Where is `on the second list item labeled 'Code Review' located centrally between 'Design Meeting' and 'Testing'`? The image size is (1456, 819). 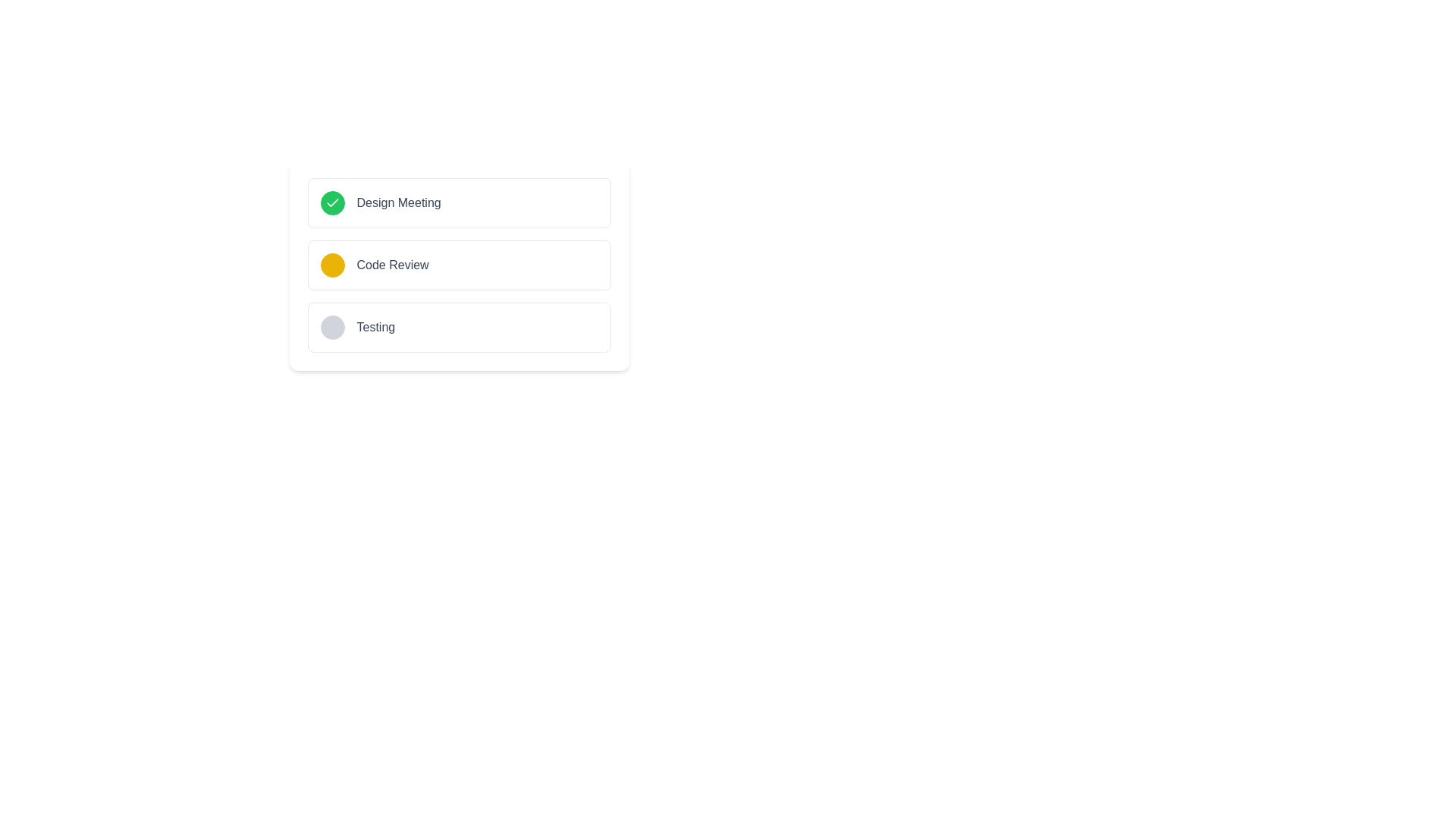 on the second list item labeled 'Code Review' located centrally between 'Design Meeting' and 'Testing' is located at coordinates (458, 265).